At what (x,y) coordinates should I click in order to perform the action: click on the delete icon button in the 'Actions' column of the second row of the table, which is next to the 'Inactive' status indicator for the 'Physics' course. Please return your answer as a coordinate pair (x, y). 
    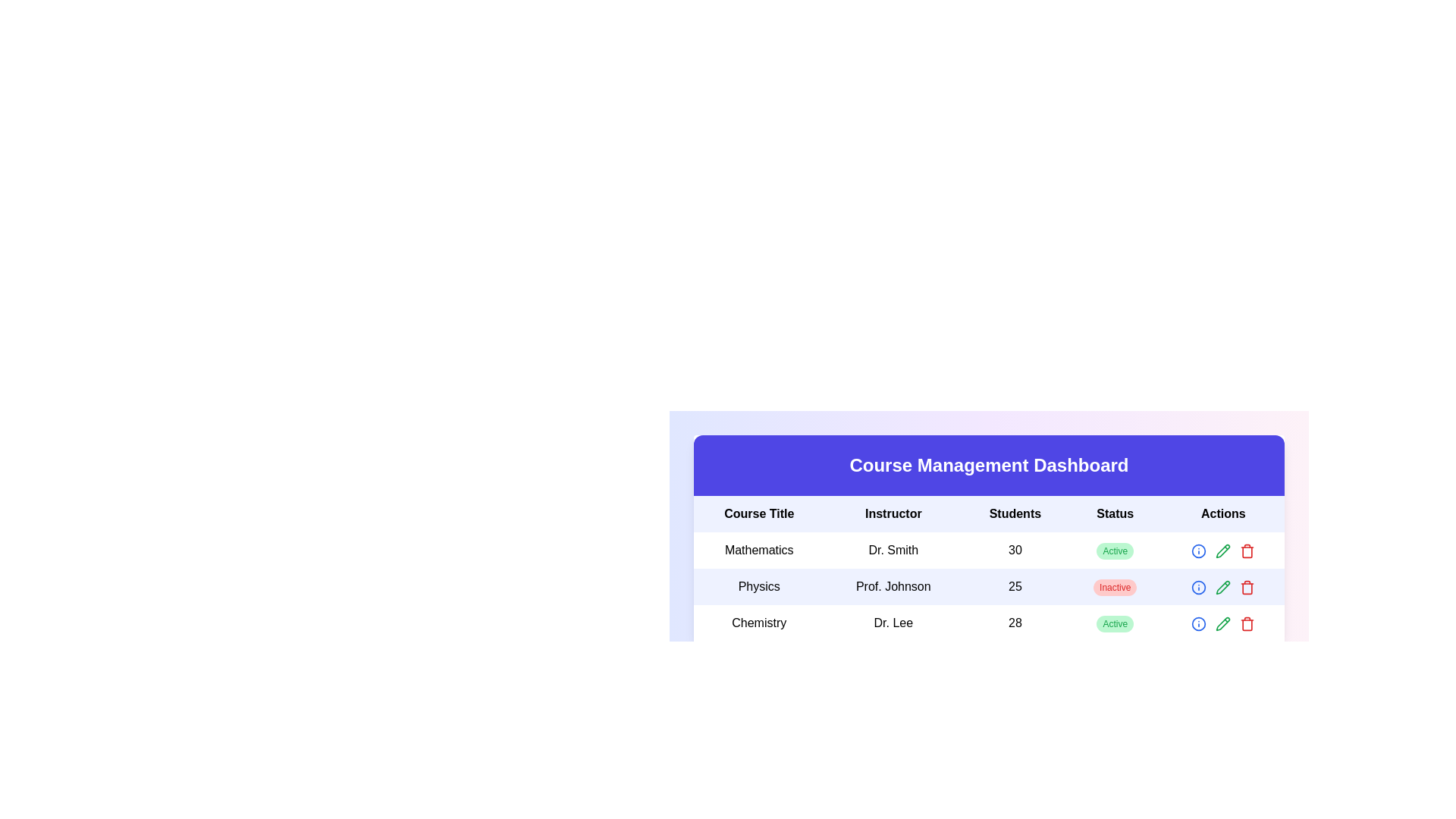
    Looking at the image, I should click on (1247, 586).